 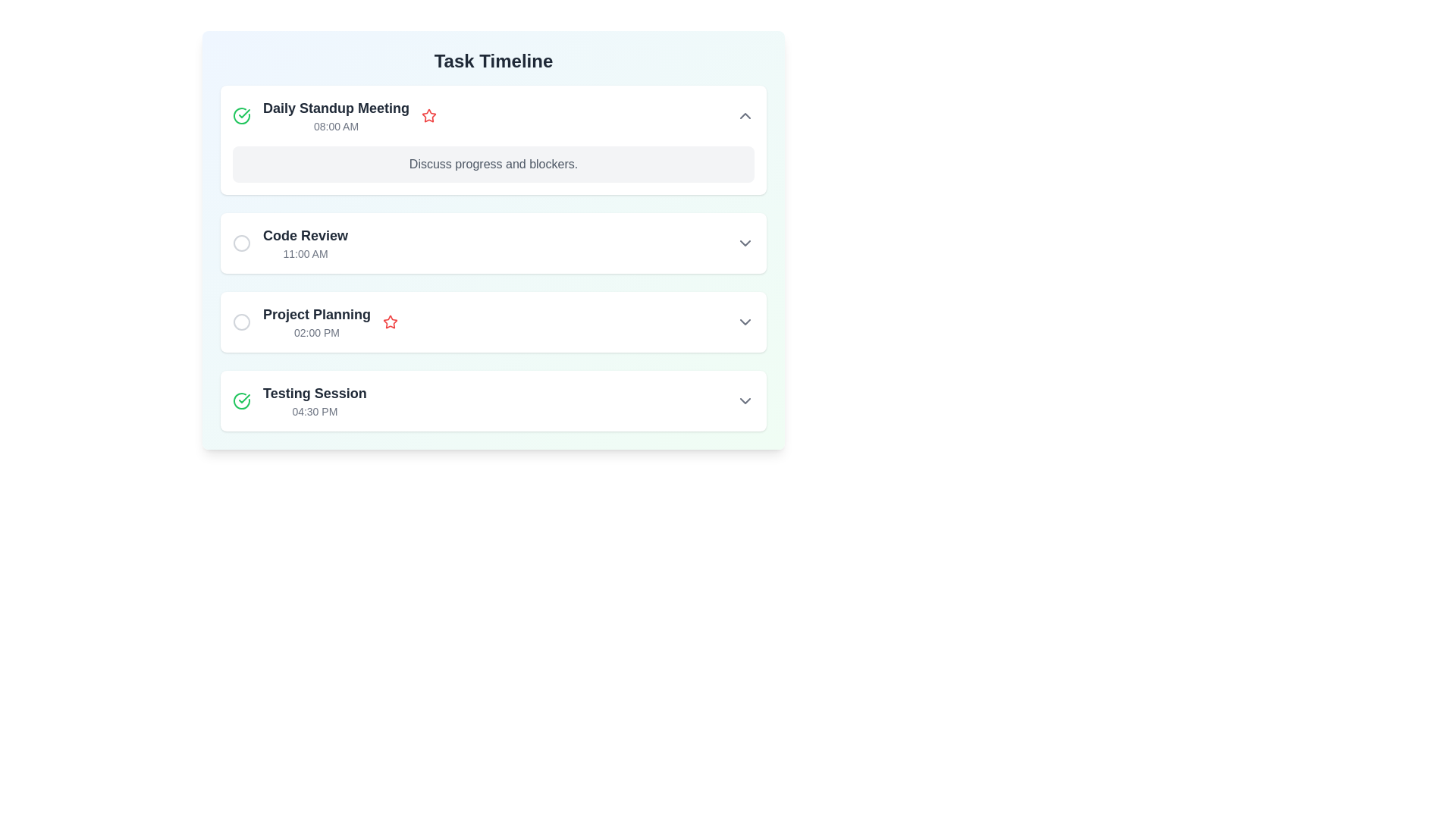 I want to click on the scheduled meeting entry named 'Code Review' at '11:00 AM' in the task timeline, so click(x=494, y=257).